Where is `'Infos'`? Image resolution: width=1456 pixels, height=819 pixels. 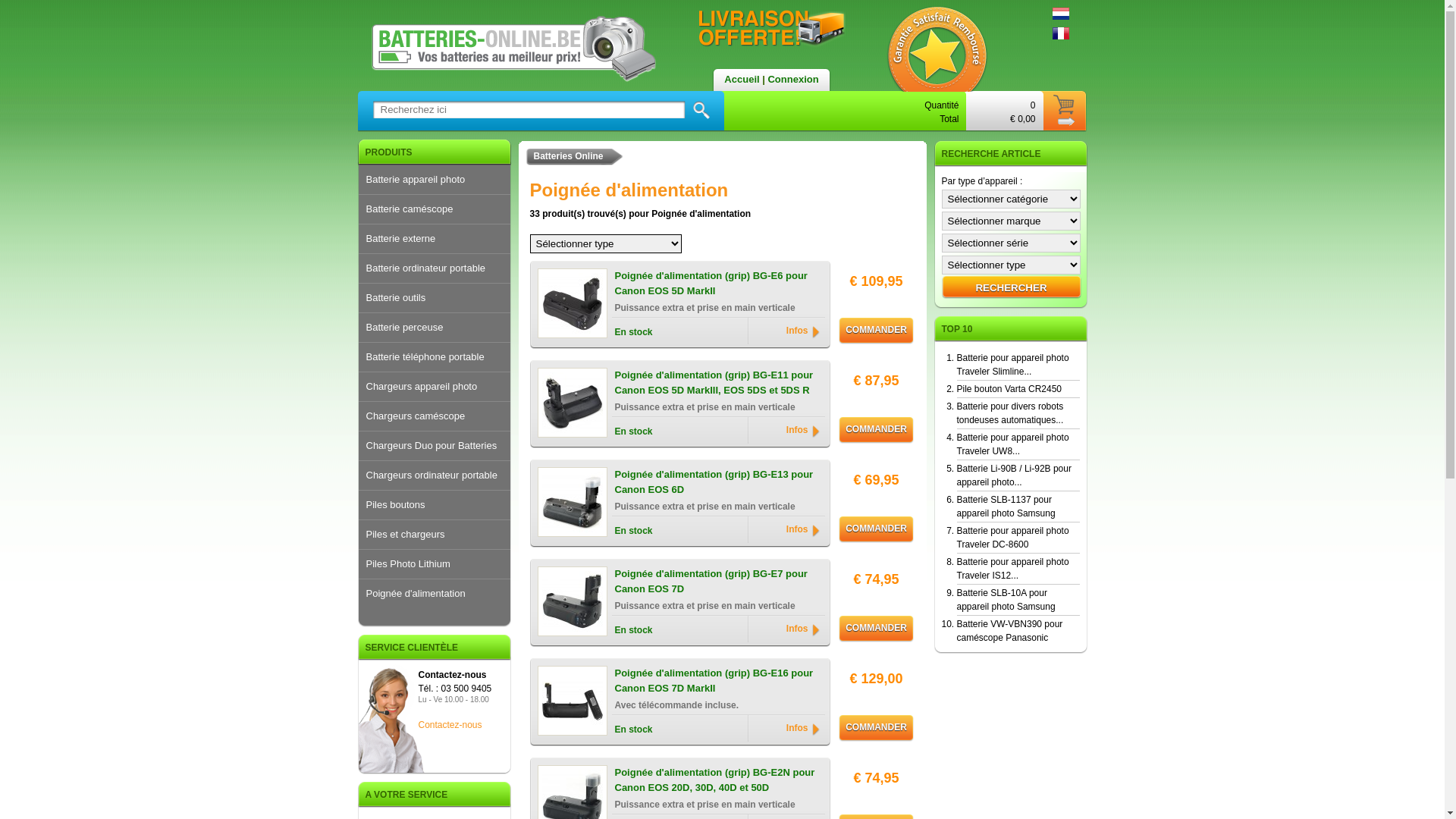
'Infos' is located at coordinates (801, 330).